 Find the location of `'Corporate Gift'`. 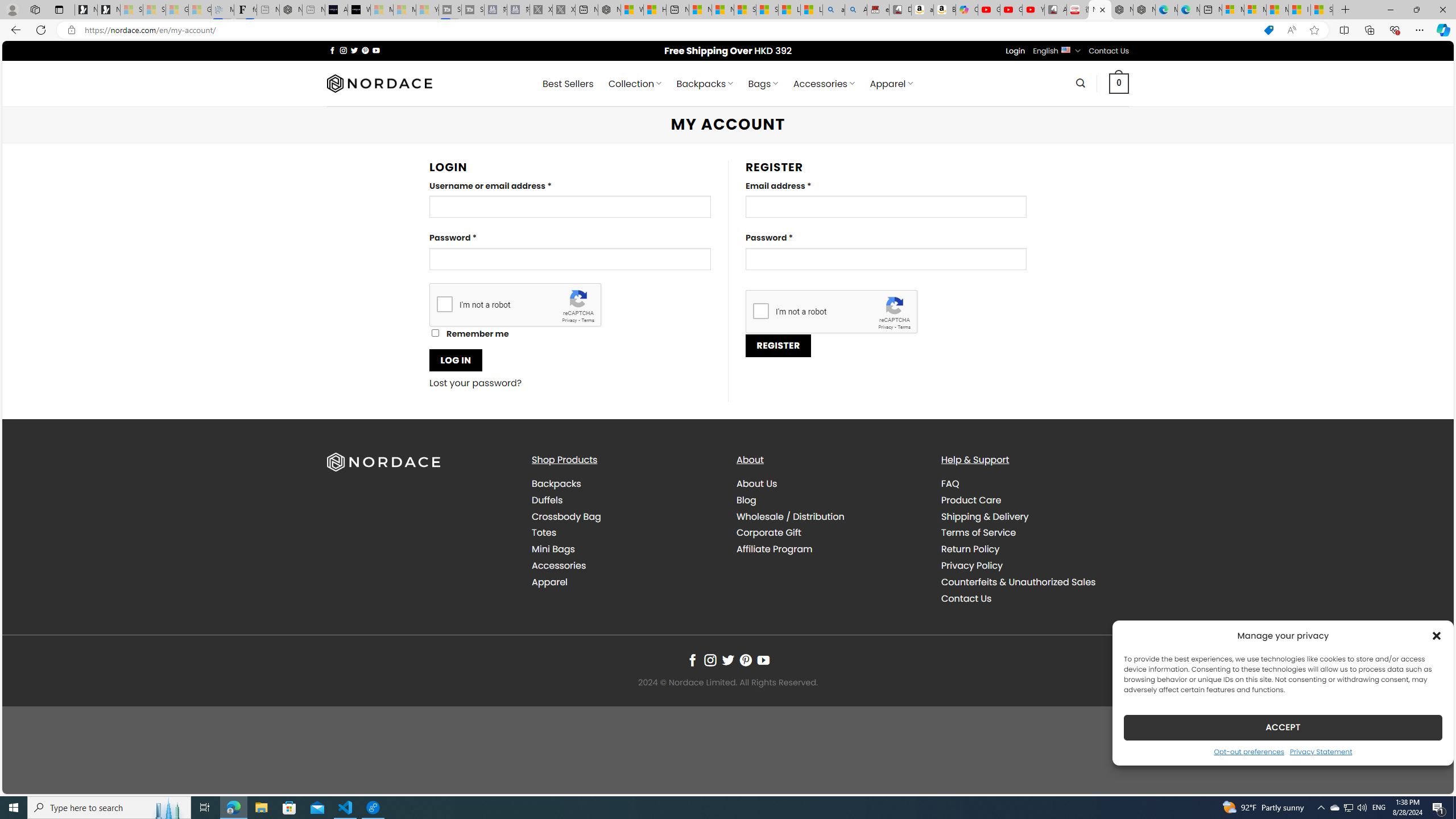

'Corporate Gift' is located at coordinates (830, 533).